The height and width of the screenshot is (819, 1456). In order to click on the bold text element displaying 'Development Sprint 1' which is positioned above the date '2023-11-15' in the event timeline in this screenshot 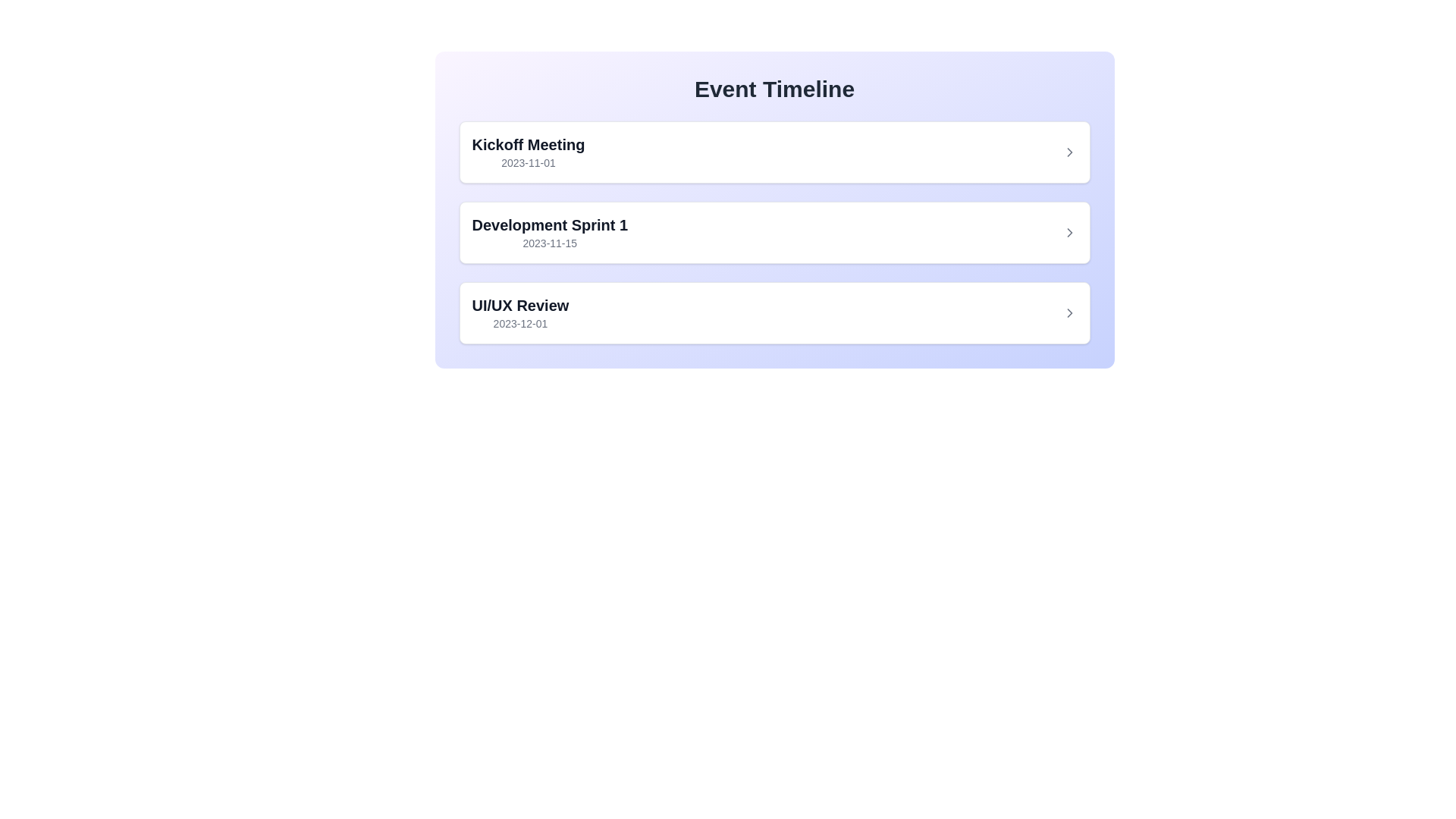, I will do `click(549, 225)`.